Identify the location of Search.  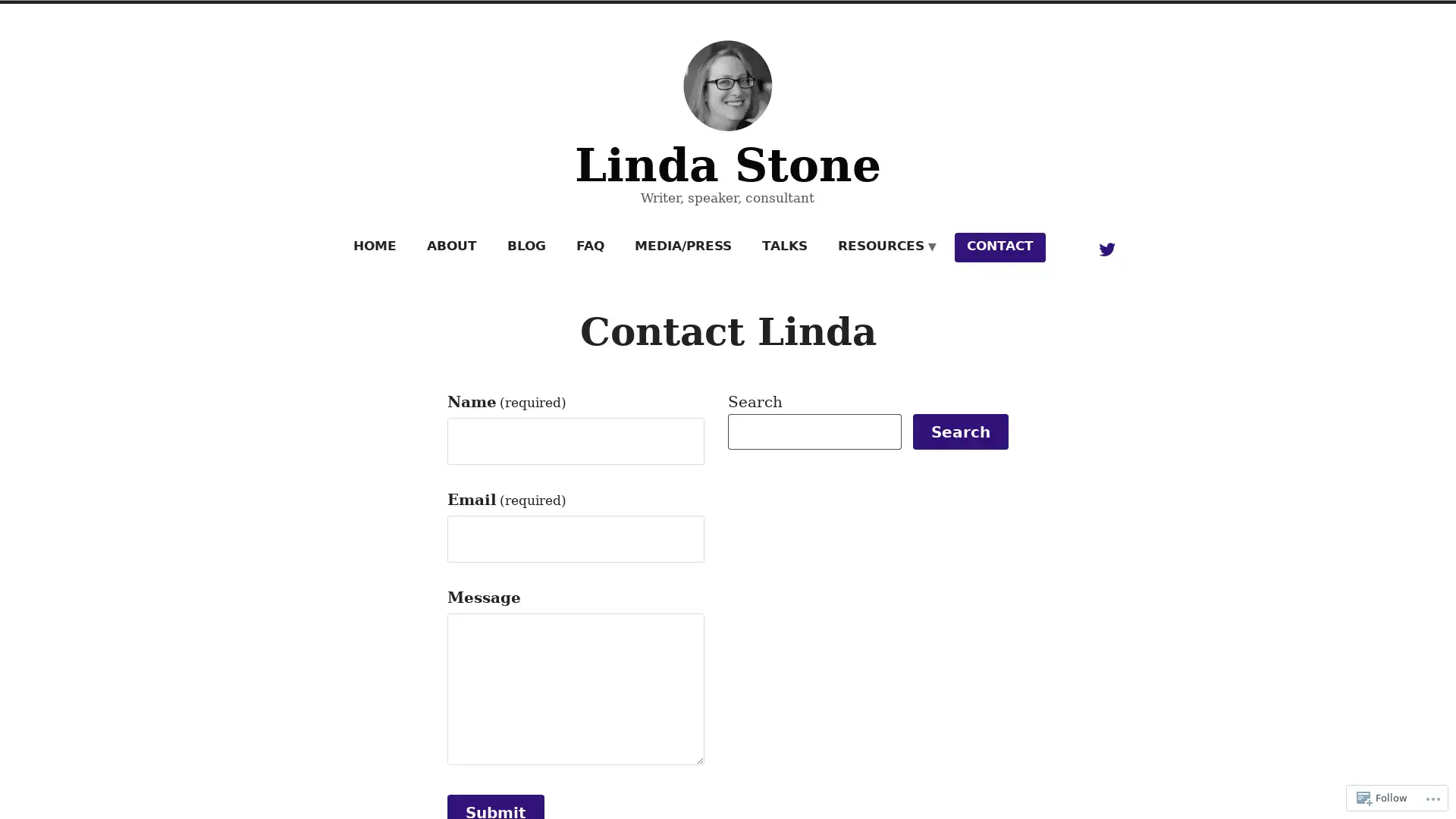
(960, 431).